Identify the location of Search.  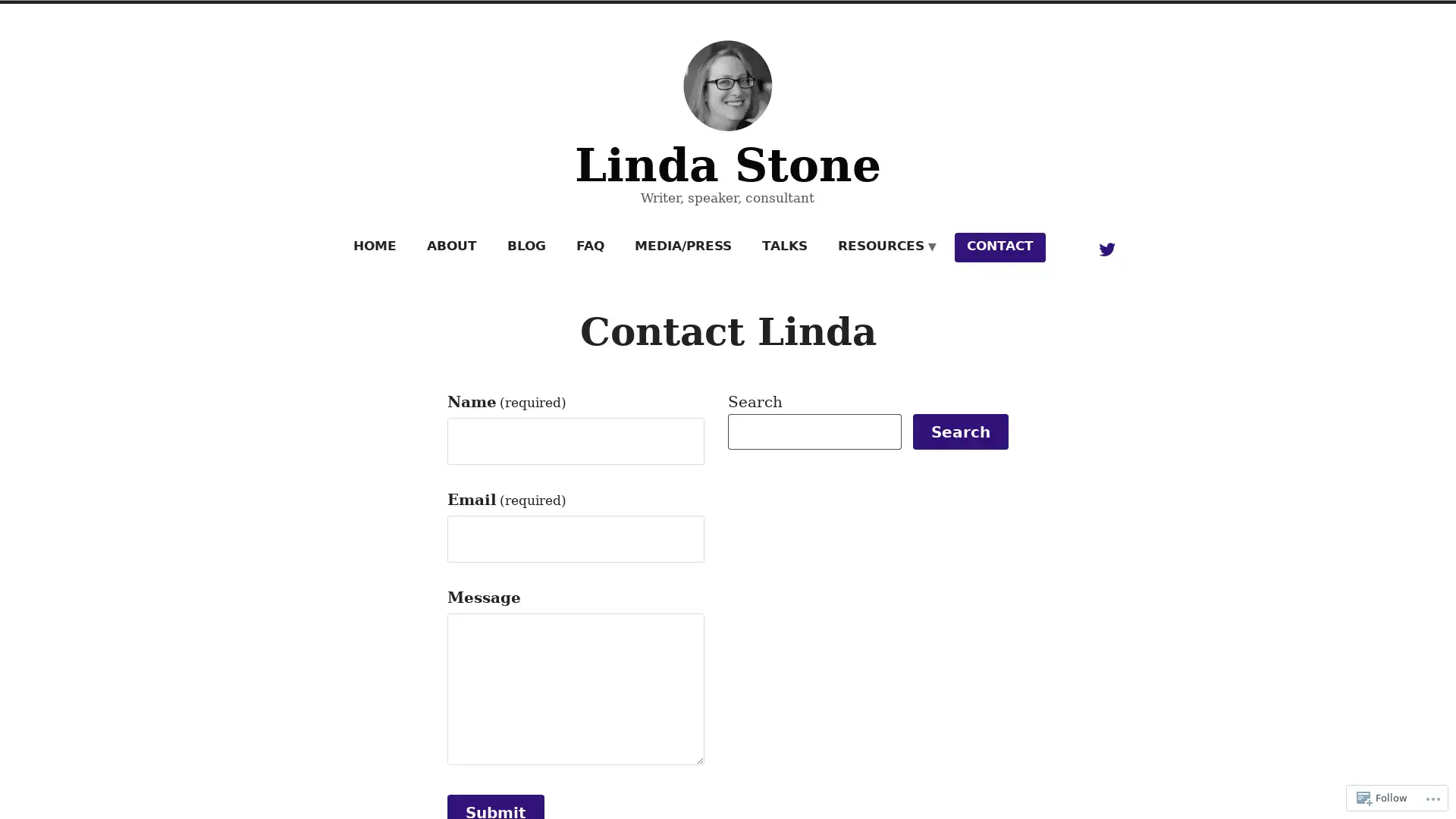
(960, 431).